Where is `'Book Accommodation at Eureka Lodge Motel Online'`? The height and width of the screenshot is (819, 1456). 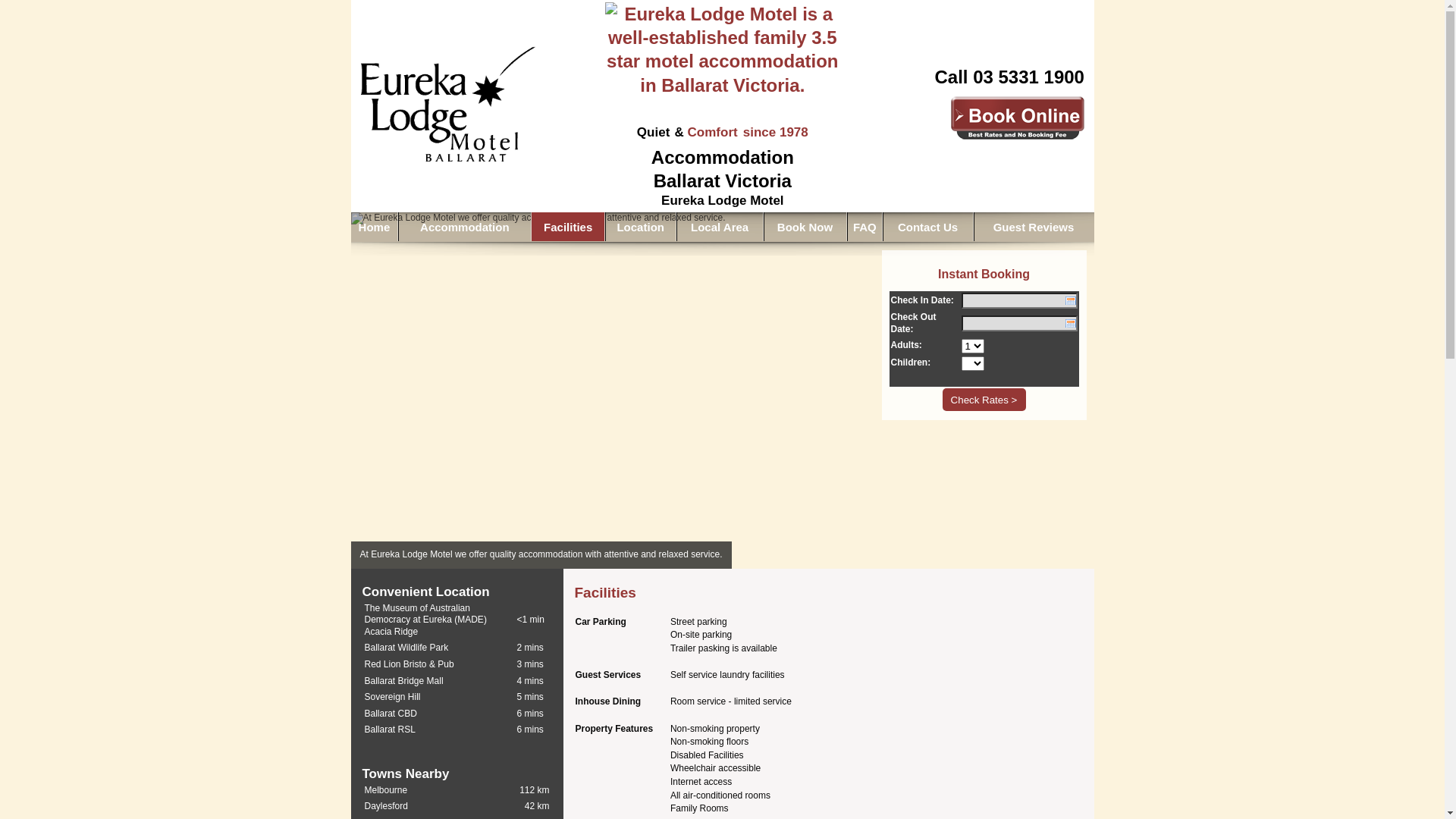 'Book Accommodation at Eureka Lodge Motel Online' is located at coordinates (1018, 117).